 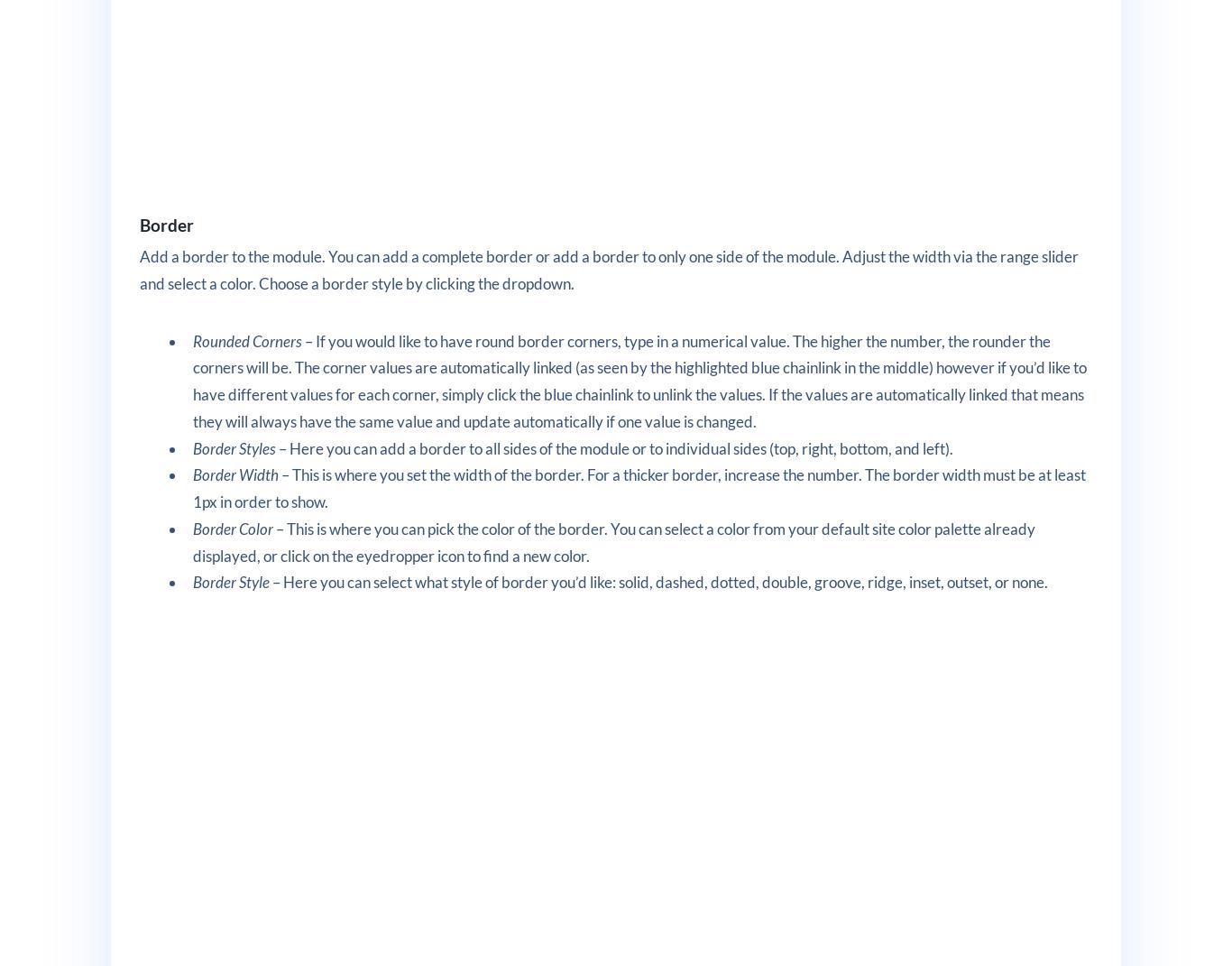 I want to click on 'Border Color', so click(x=192, y=528).